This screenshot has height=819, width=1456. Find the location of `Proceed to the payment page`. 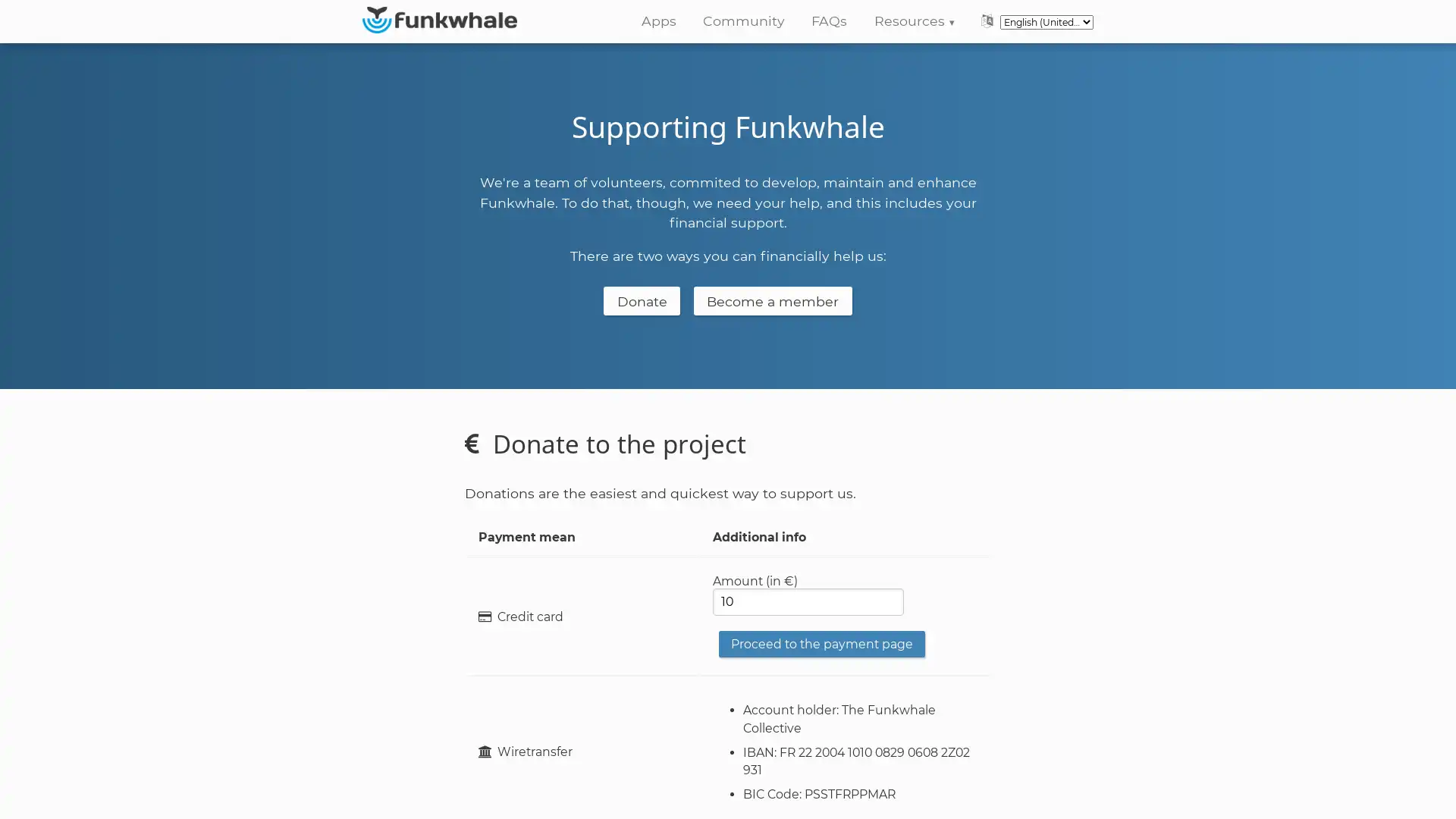

Proceed to the payment page is located at coordinates (821, 643).